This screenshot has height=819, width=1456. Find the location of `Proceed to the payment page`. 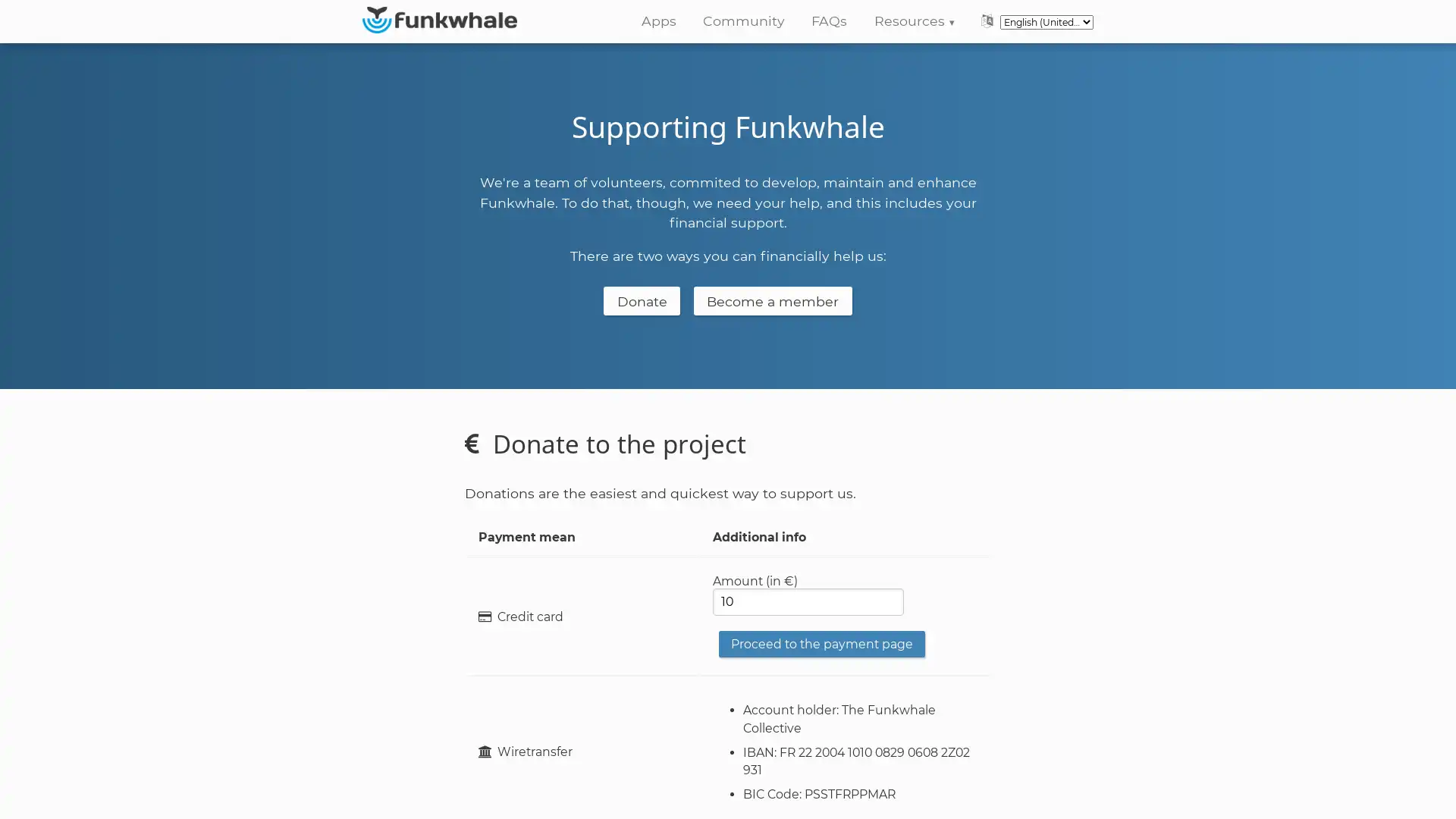

Proceed to the payment page is located at coordinates (821, 643).